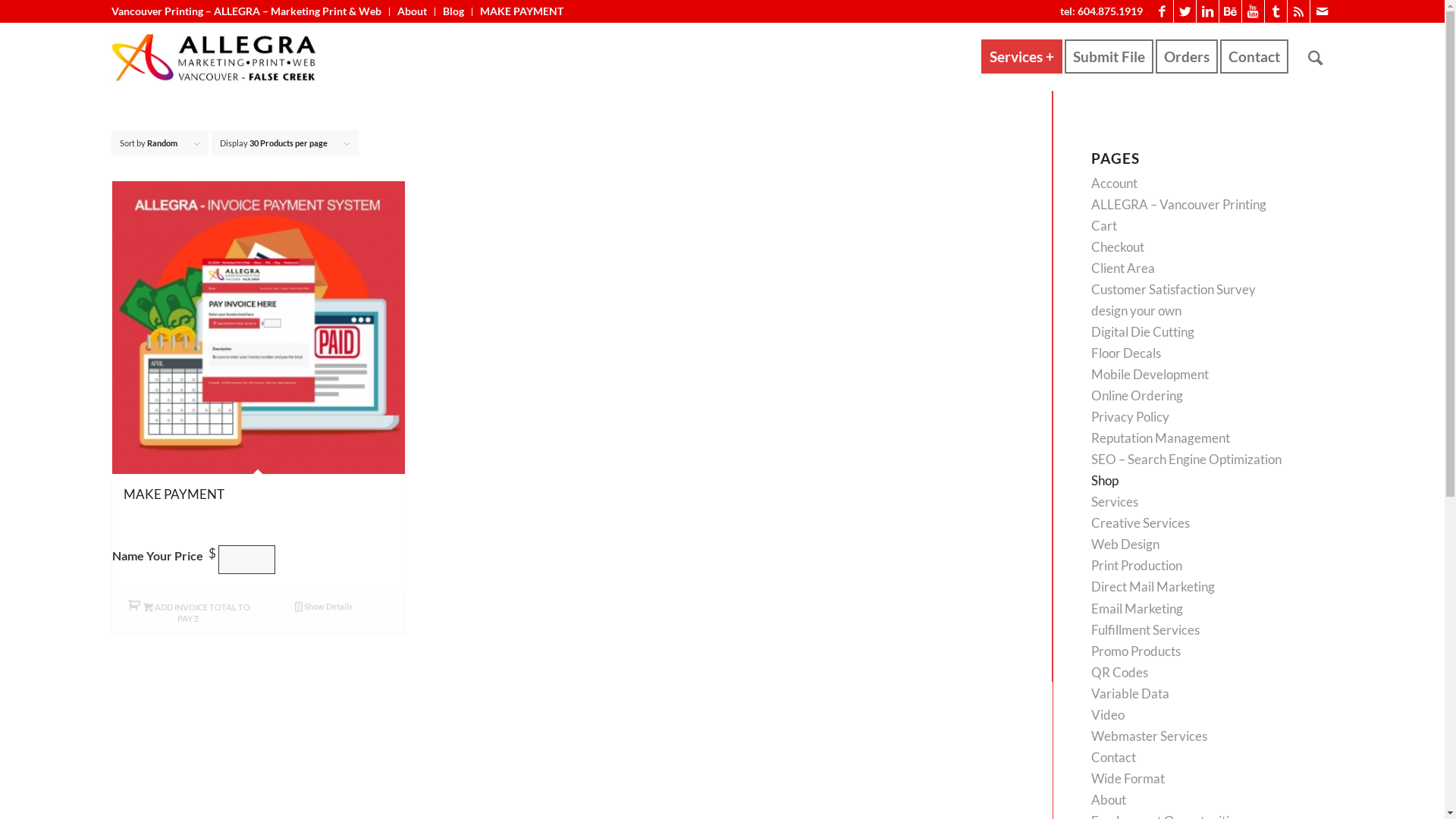 The image size is (1456, 819). What do you see at coordinates (1128, 778) in the screenshot?
I see `'Wide Format'` at bounding box center [1128, 778].